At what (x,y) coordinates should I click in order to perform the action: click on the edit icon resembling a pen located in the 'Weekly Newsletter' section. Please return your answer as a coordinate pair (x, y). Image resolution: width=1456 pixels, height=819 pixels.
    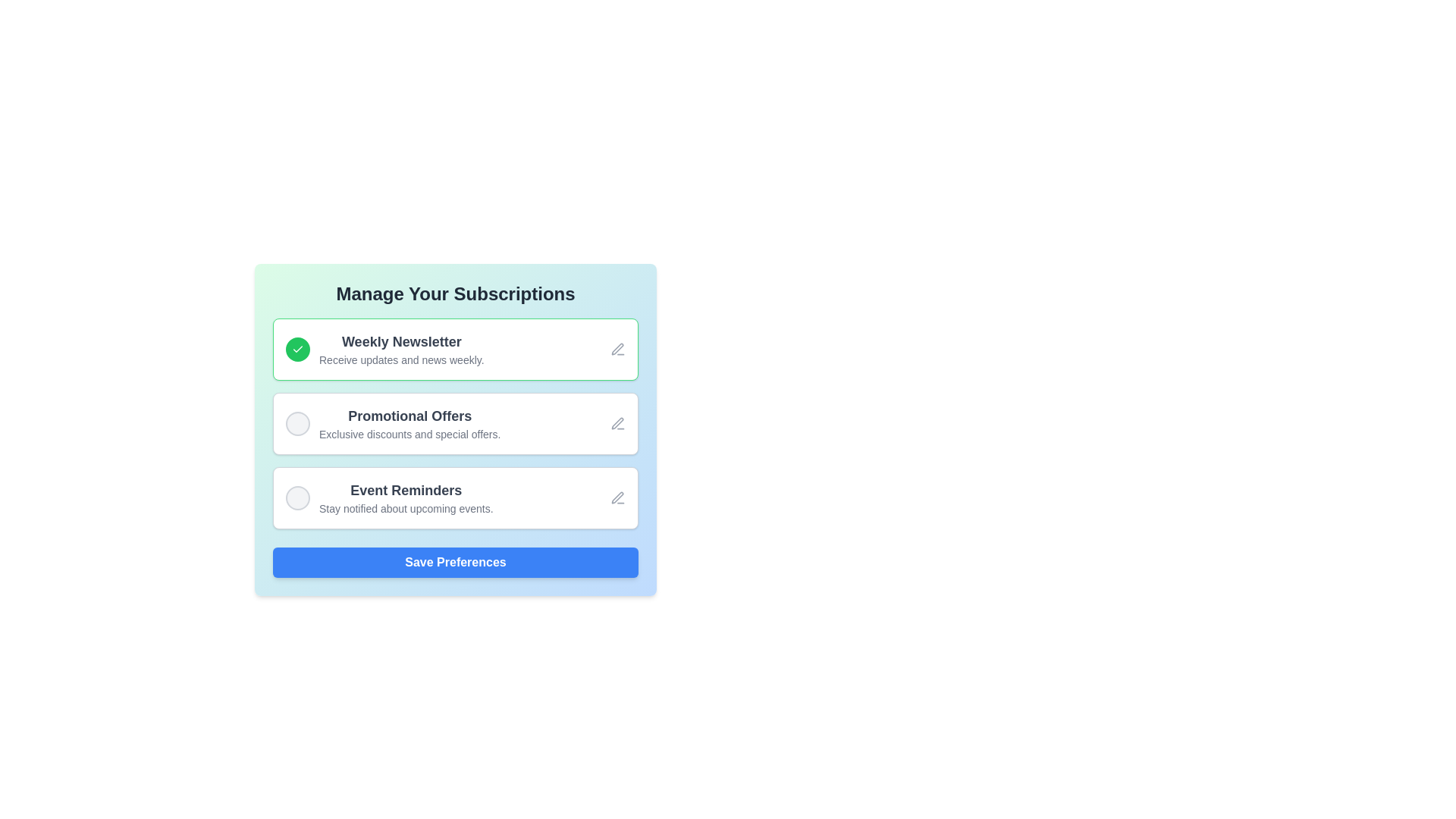
    Looking at the image, I should click on (617, 349).